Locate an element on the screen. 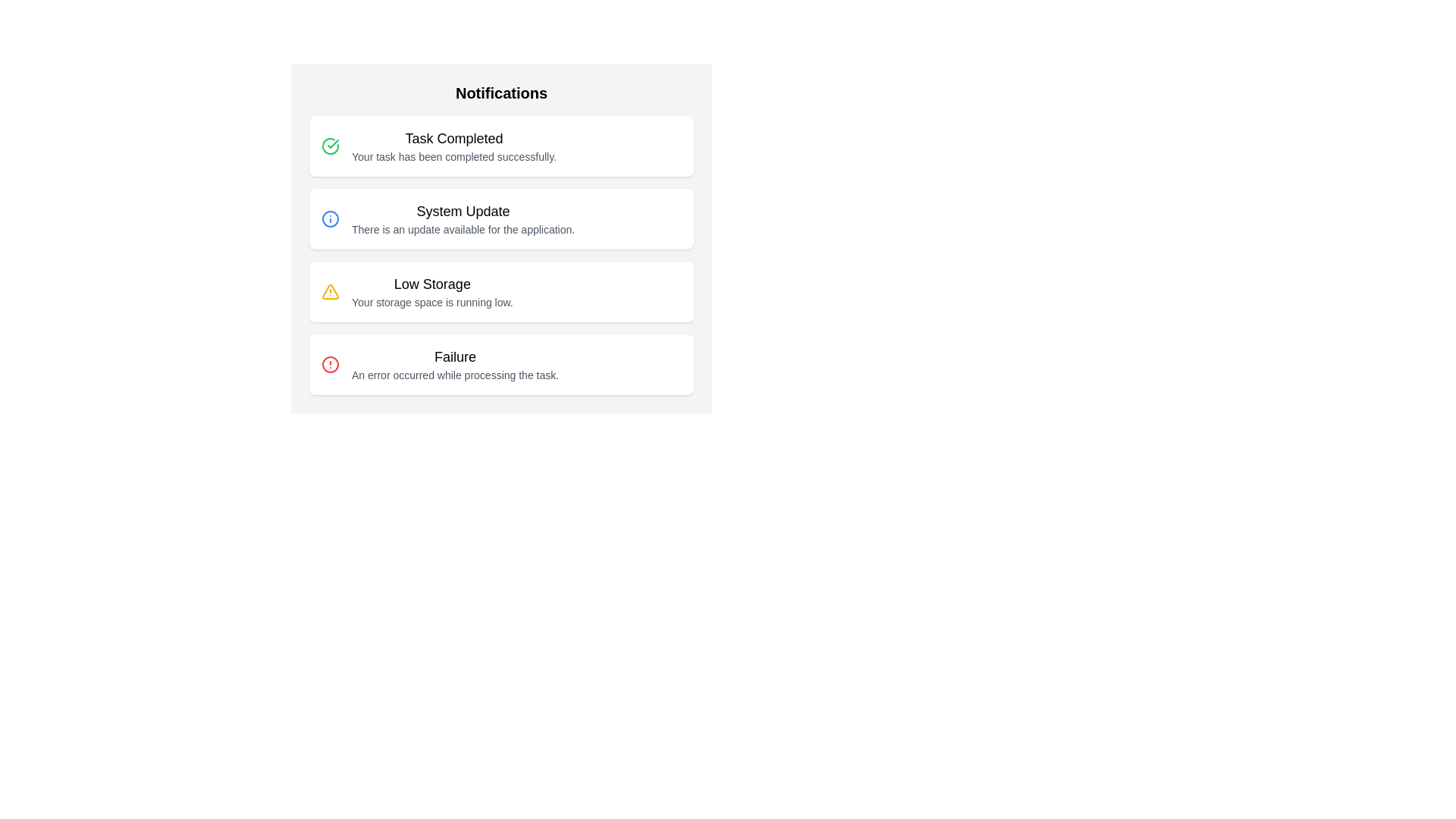  the 'System Update' label, which is prominently displayed in bold font and is the central element in the second notification block, positioned between 'Task Completed' and 'Low Storage' is located at coordinates (463, 211).